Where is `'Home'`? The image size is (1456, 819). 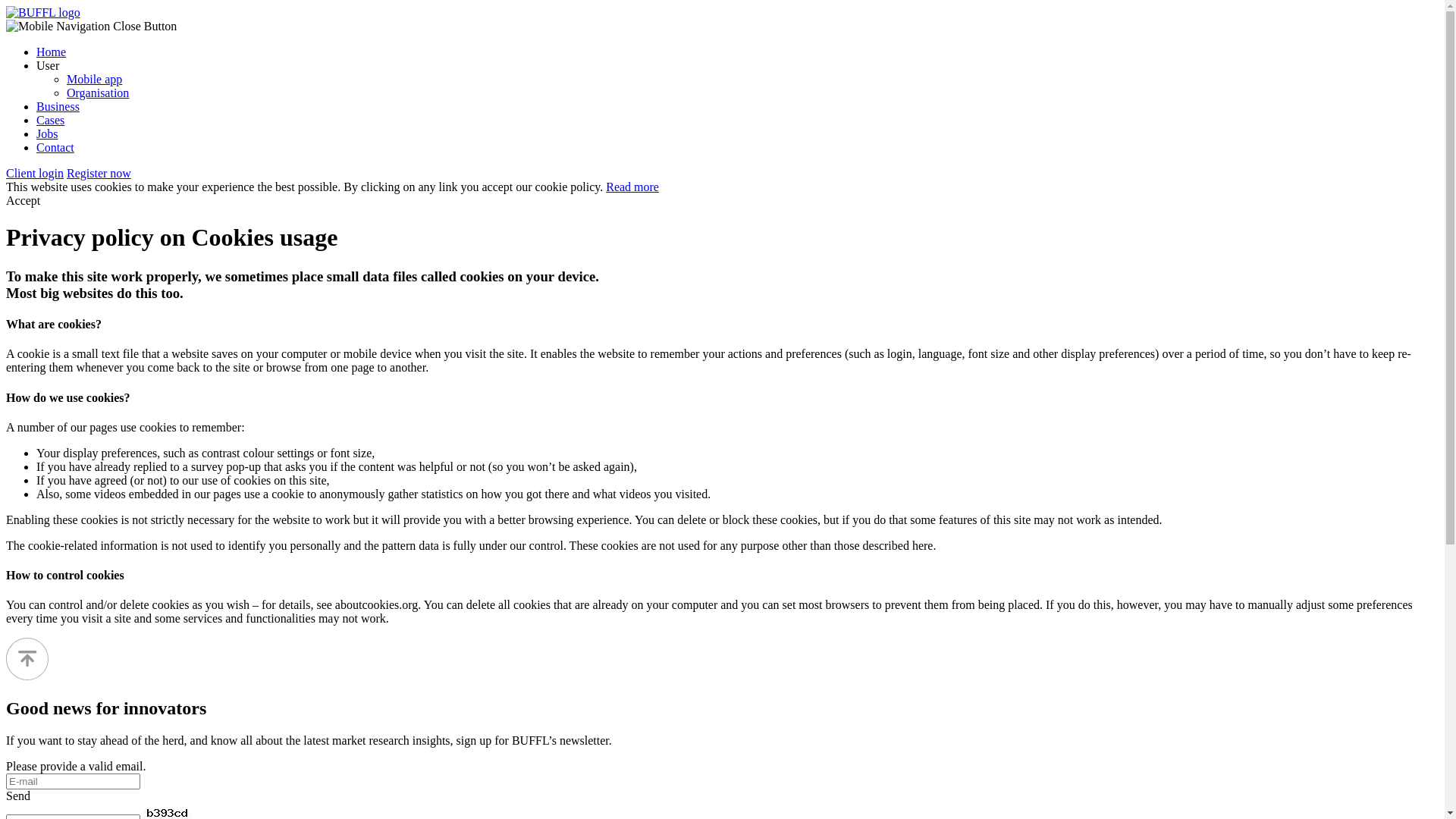 'Home' is located at coordinates (51, 51).